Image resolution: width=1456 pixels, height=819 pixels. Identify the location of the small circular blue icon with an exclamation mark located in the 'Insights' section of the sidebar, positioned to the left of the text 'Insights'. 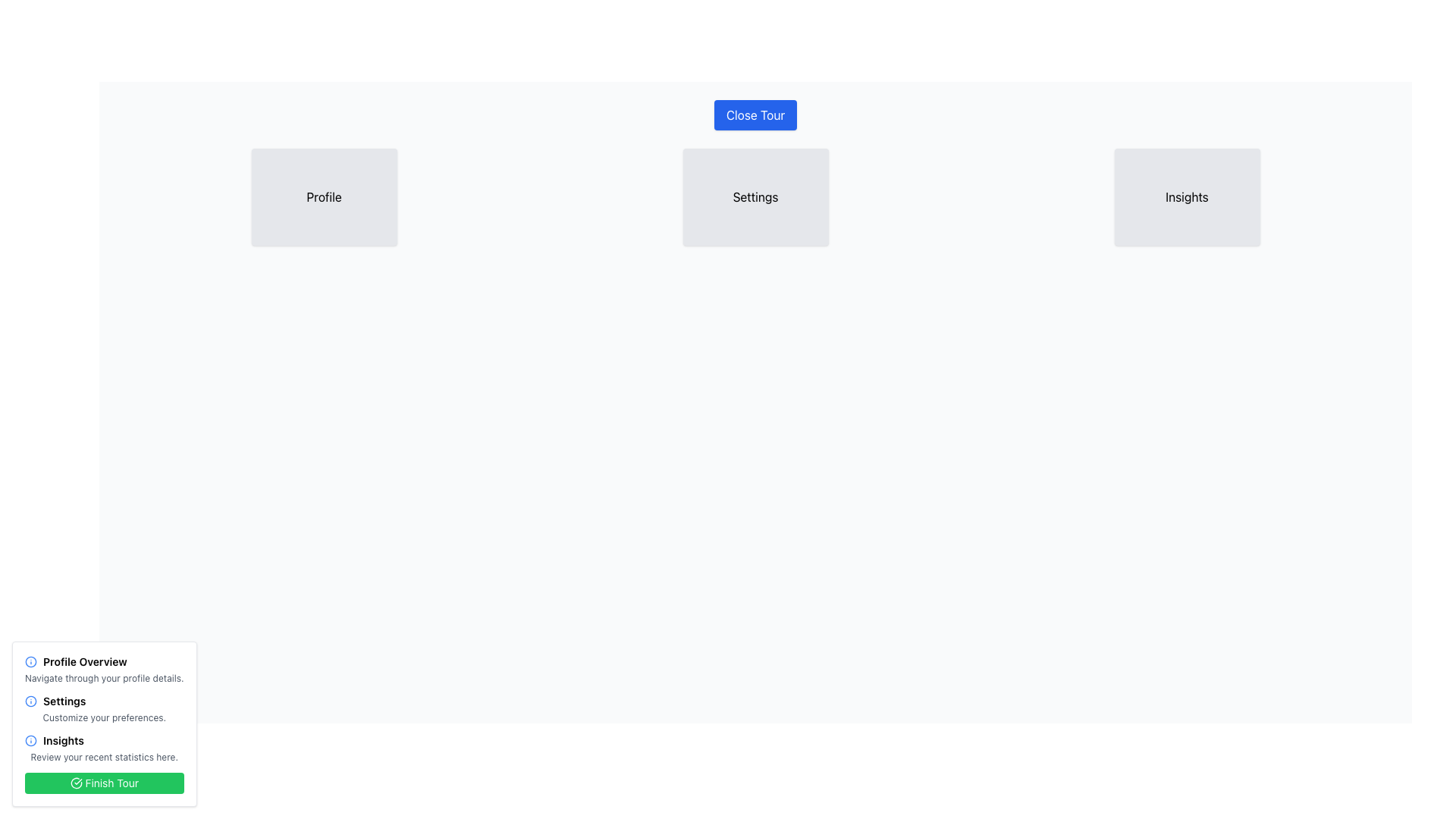
(31, 739).